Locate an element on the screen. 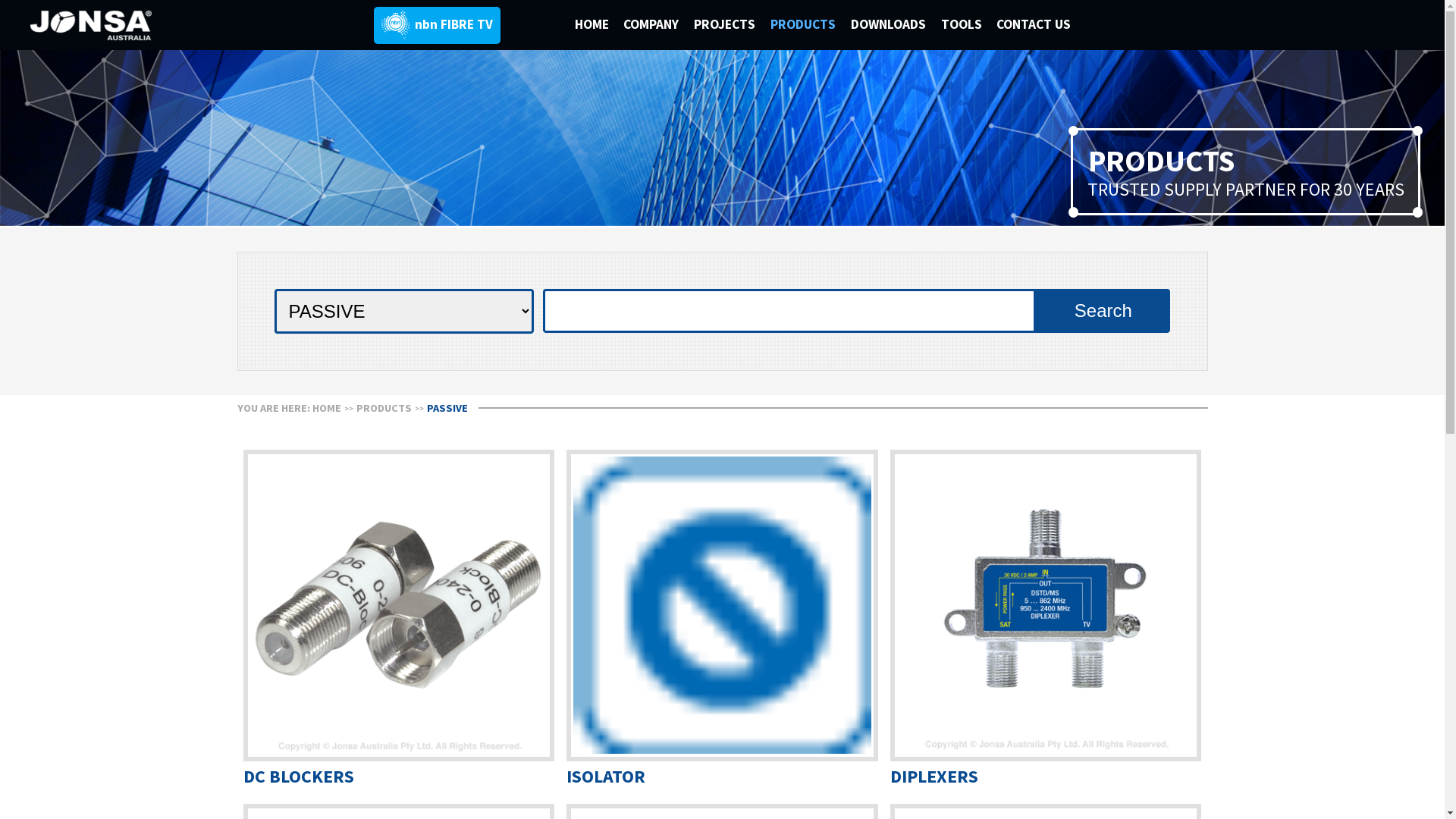 This screenshot has height=819, width=1456. 'DOWNLOADS' is located at coordinates (896, 24).